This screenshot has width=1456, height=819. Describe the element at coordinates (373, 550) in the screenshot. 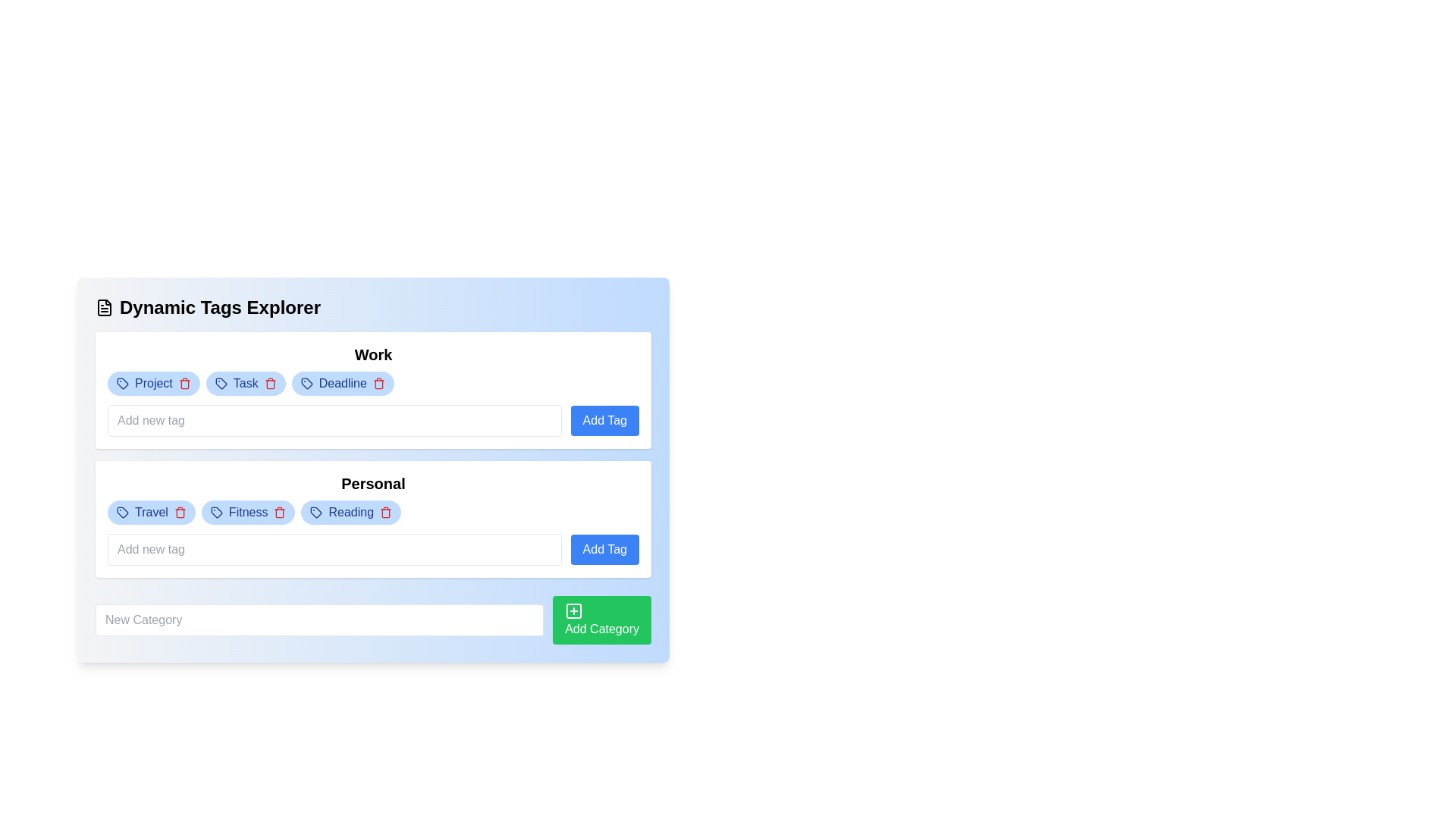

I see `the input field in the 'Personal' category to type a new tag` at that location.